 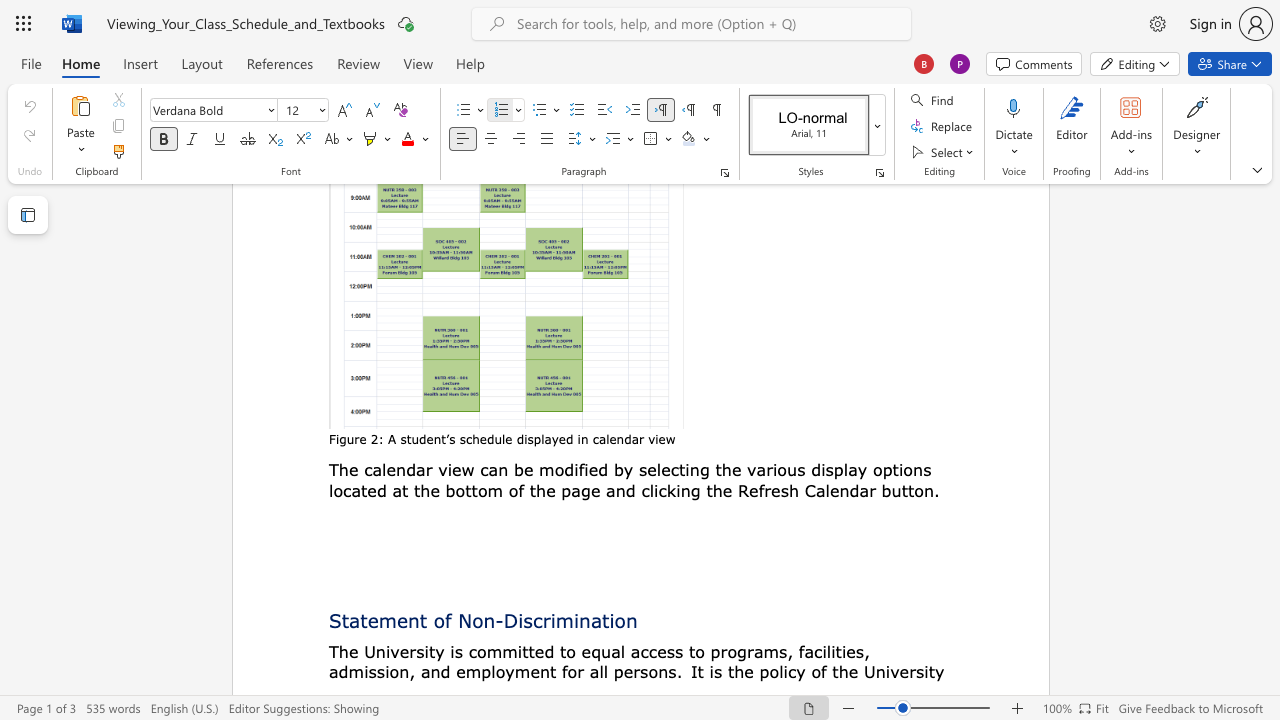 I want to click on the 1th character "v" in the text, so click(x=651, y=438).